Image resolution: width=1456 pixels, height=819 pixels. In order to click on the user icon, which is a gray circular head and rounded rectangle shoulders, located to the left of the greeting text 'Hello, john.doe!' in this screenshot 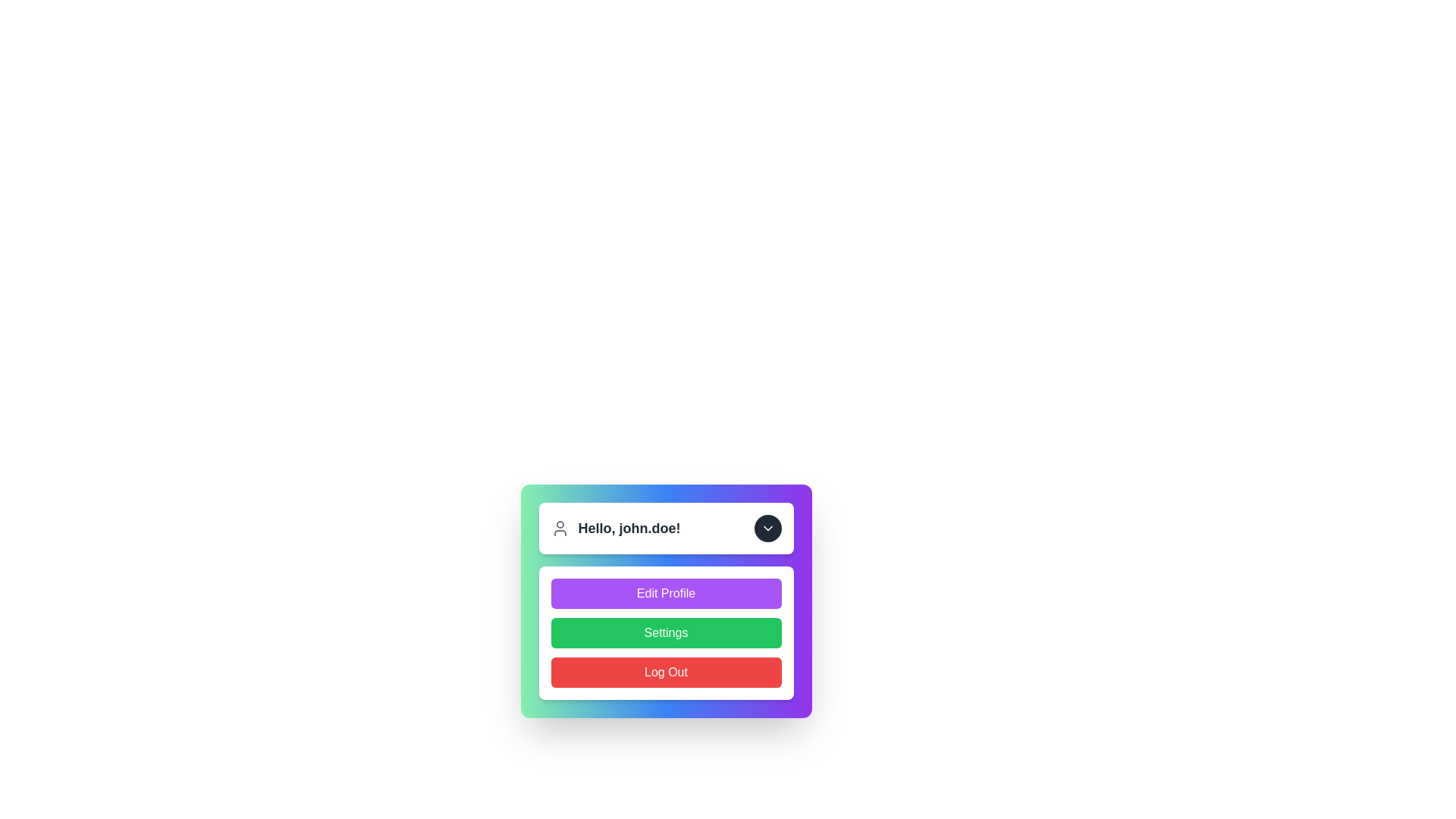, I will do `click(559, 528)`.